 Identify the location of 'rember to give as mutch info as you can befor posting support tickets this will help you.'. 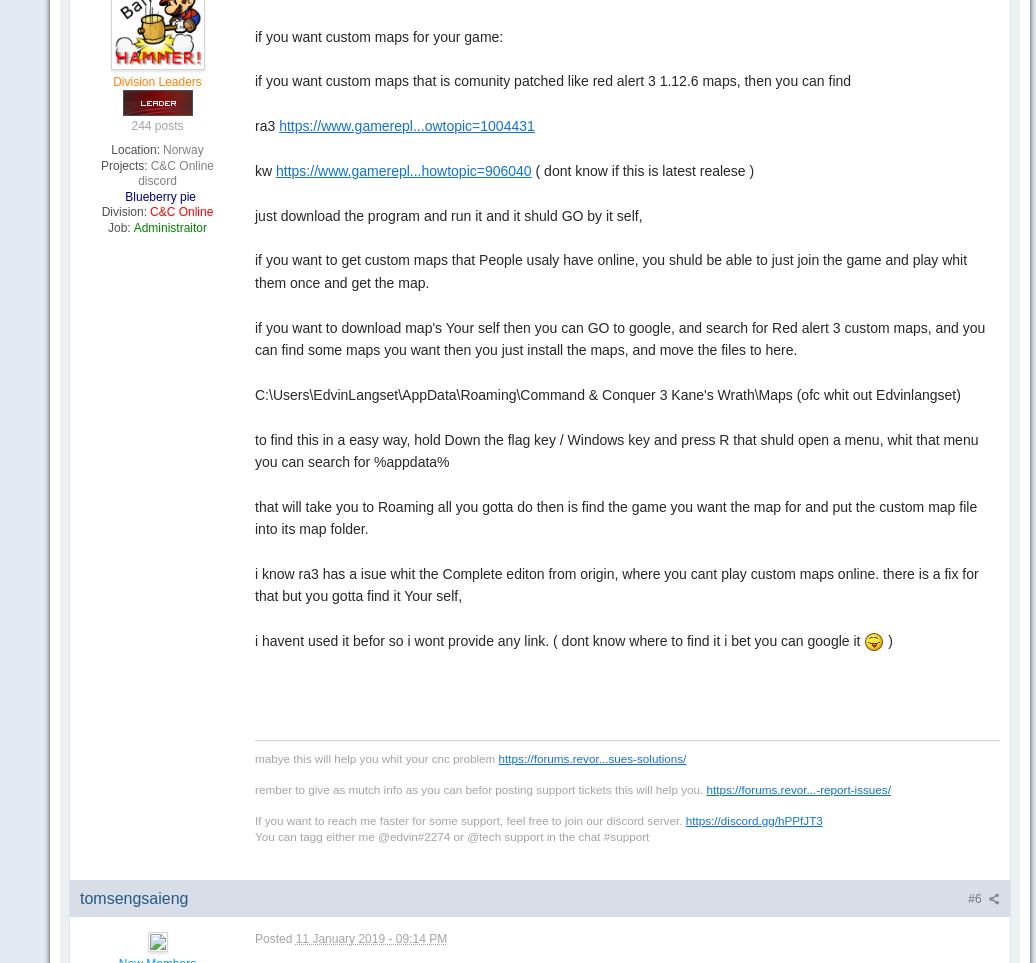
(480, 787).